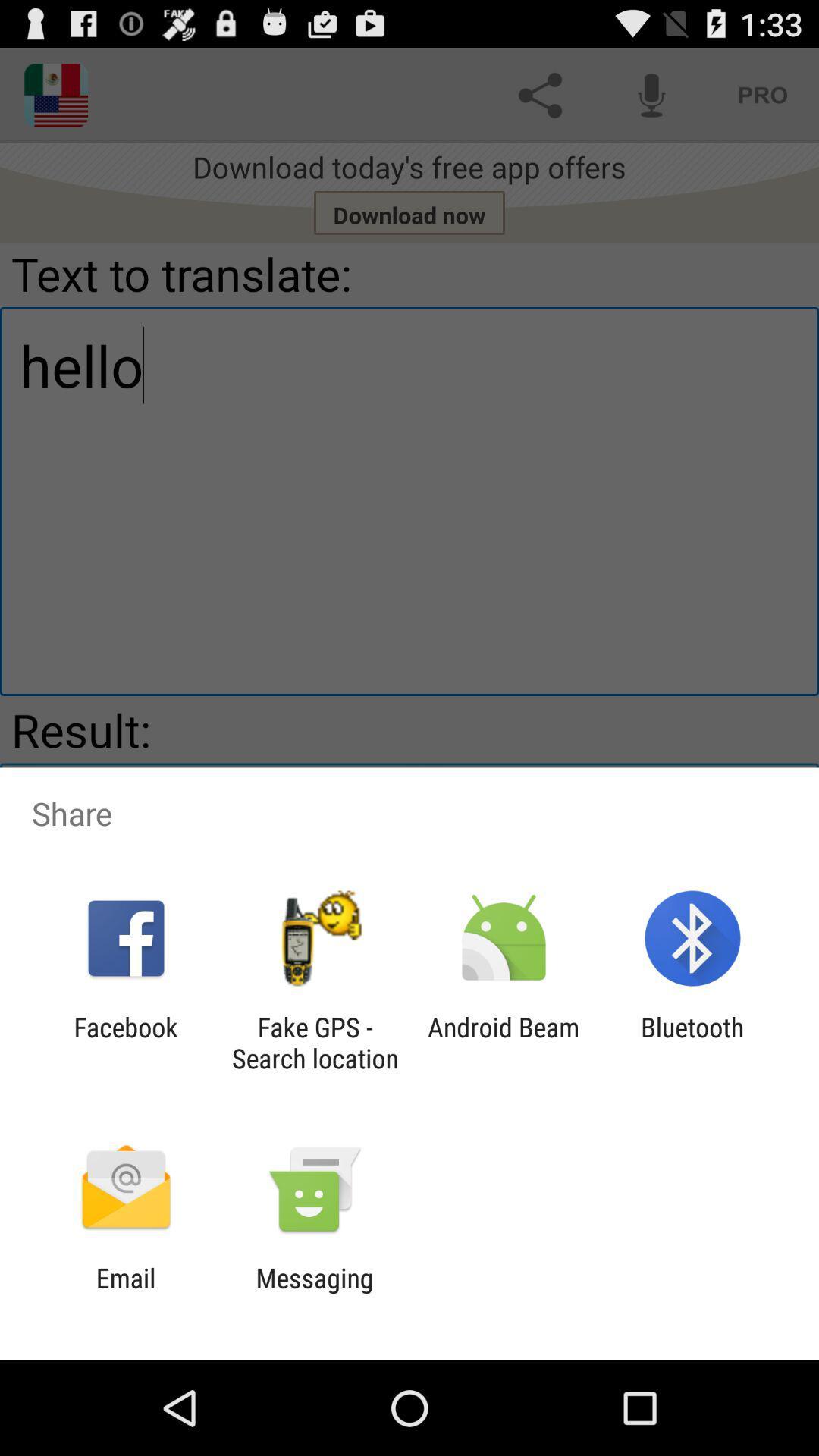 The image size is (819, 1456). What do you see at coordinates (125, 1042) in the screenshot?
I see `app next to fake gps search` at bounding box center [125, 1042].